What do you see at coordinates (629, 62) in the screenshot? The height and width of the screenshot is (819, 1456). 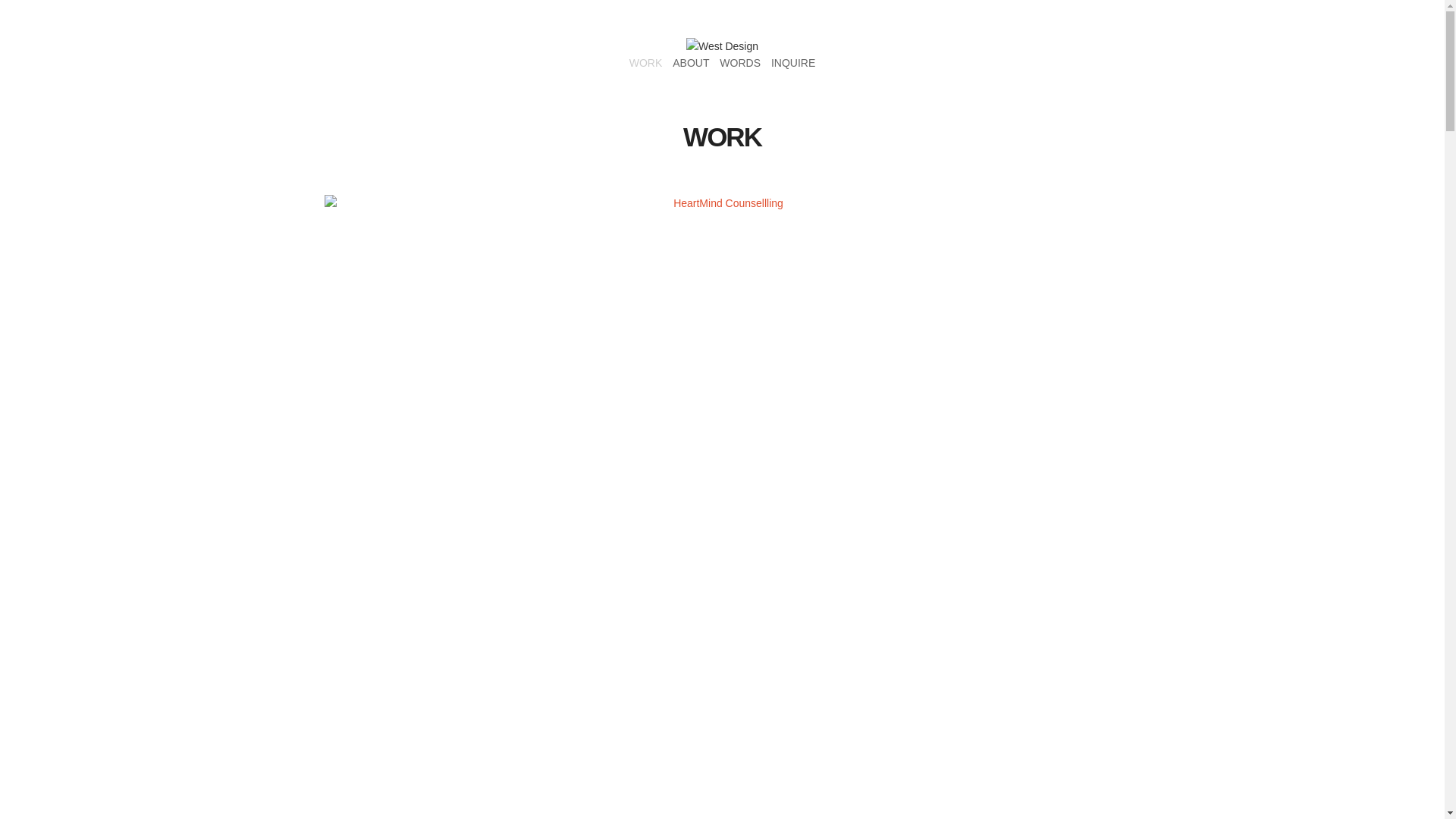 I see `'WORK'` at bounding box center [629, 62].